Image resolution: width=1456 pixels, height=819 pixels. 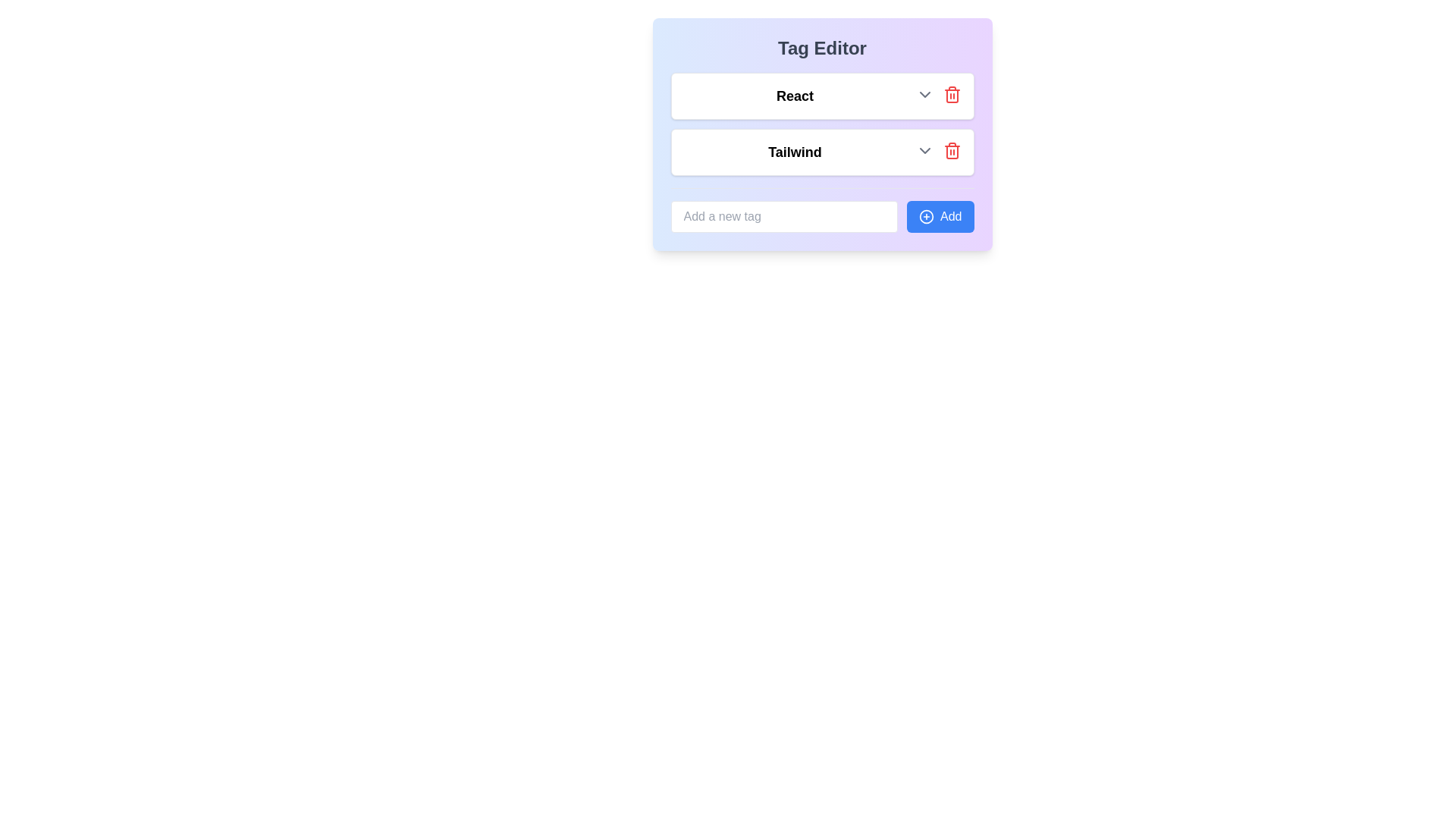 I want to click on the button located in the top-right area of the 'React' tag row, so click(x=951, y=94).